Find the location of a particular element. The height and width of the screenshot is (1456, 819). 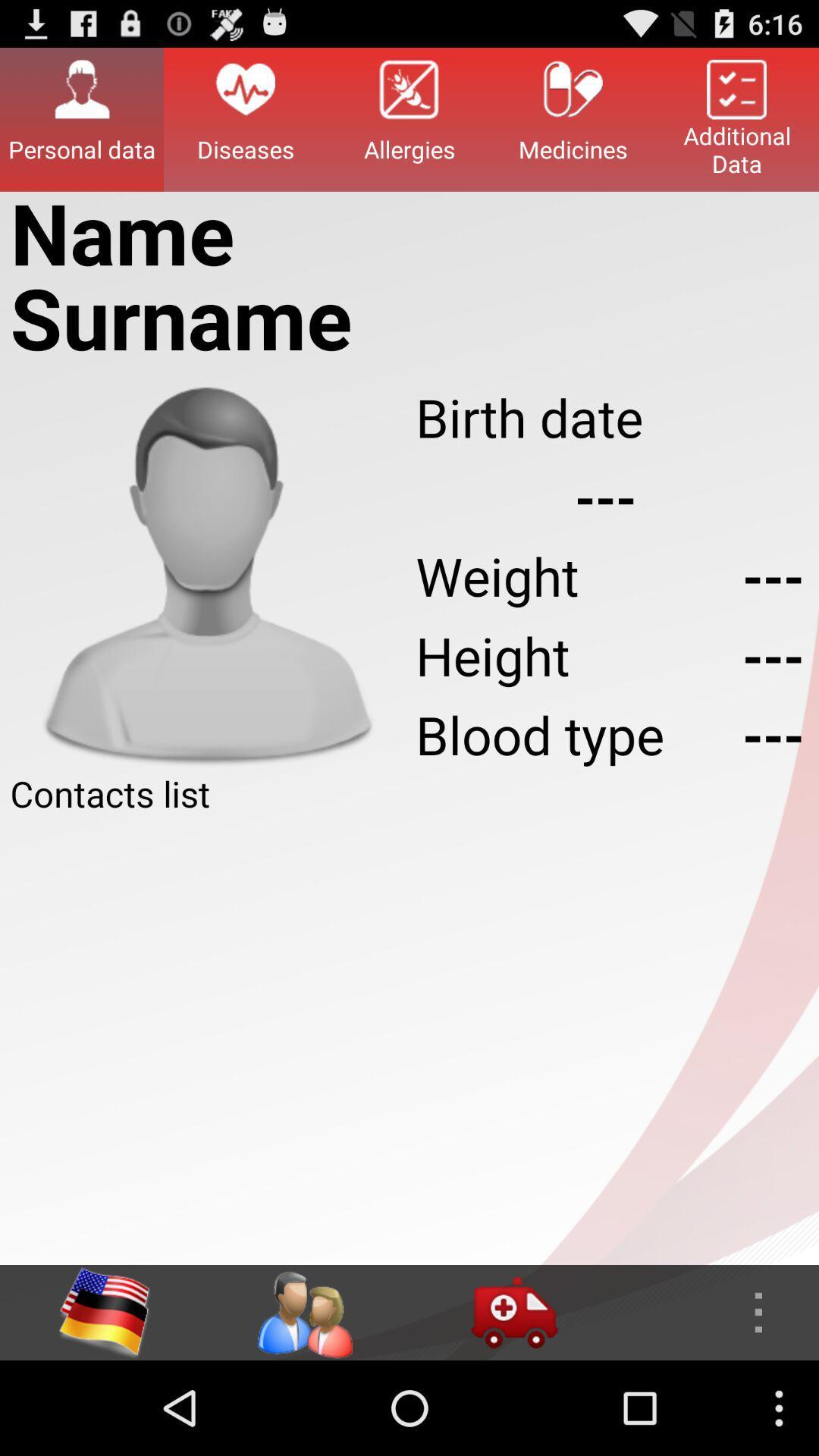

the item to the right of the medicines is located at coordinates (736, 118).